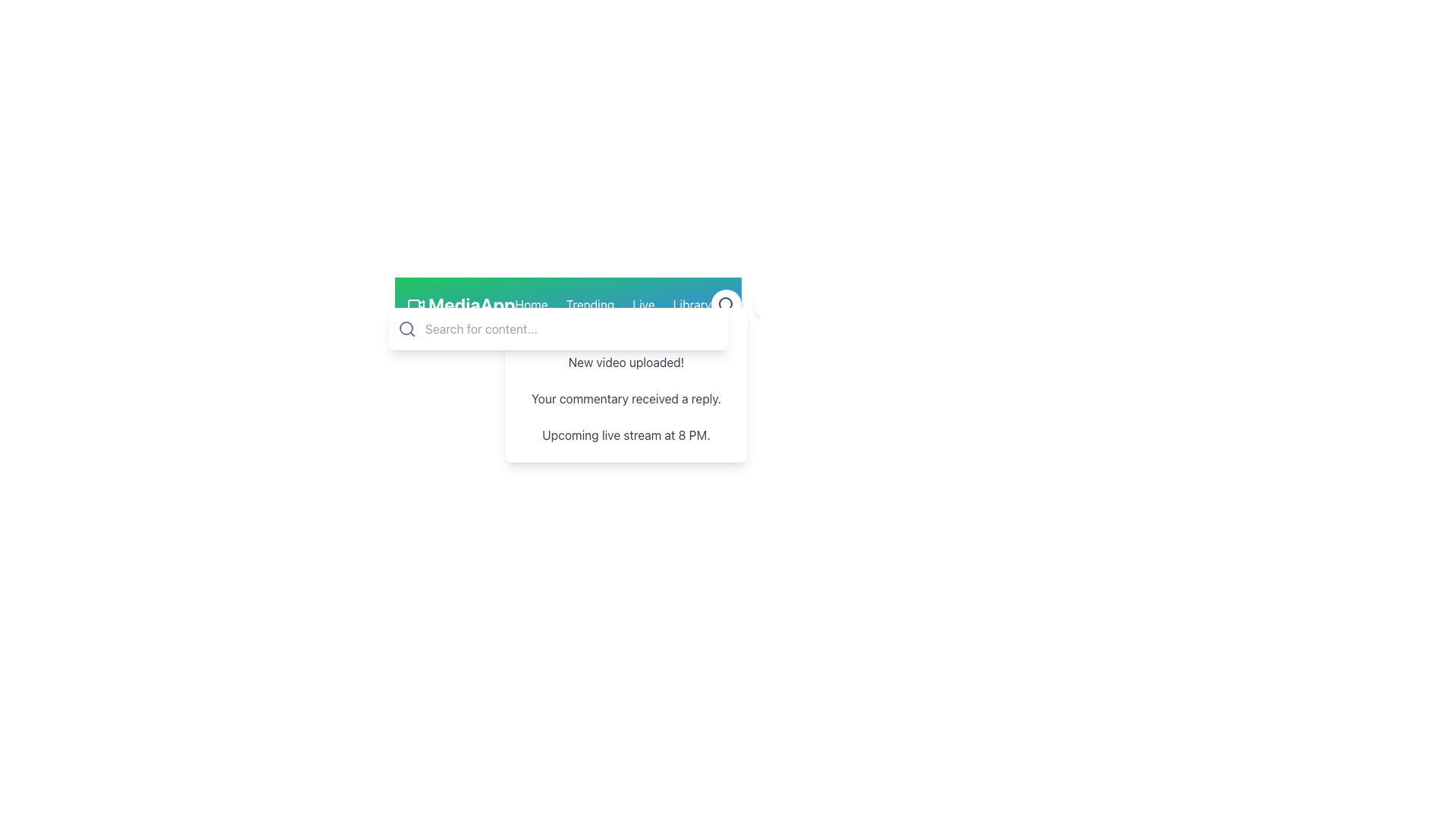  I want to click on the search icon represented by a magnifying glass located at the top-right of the search bar overlaying the notifications panel, so click(725, 304).